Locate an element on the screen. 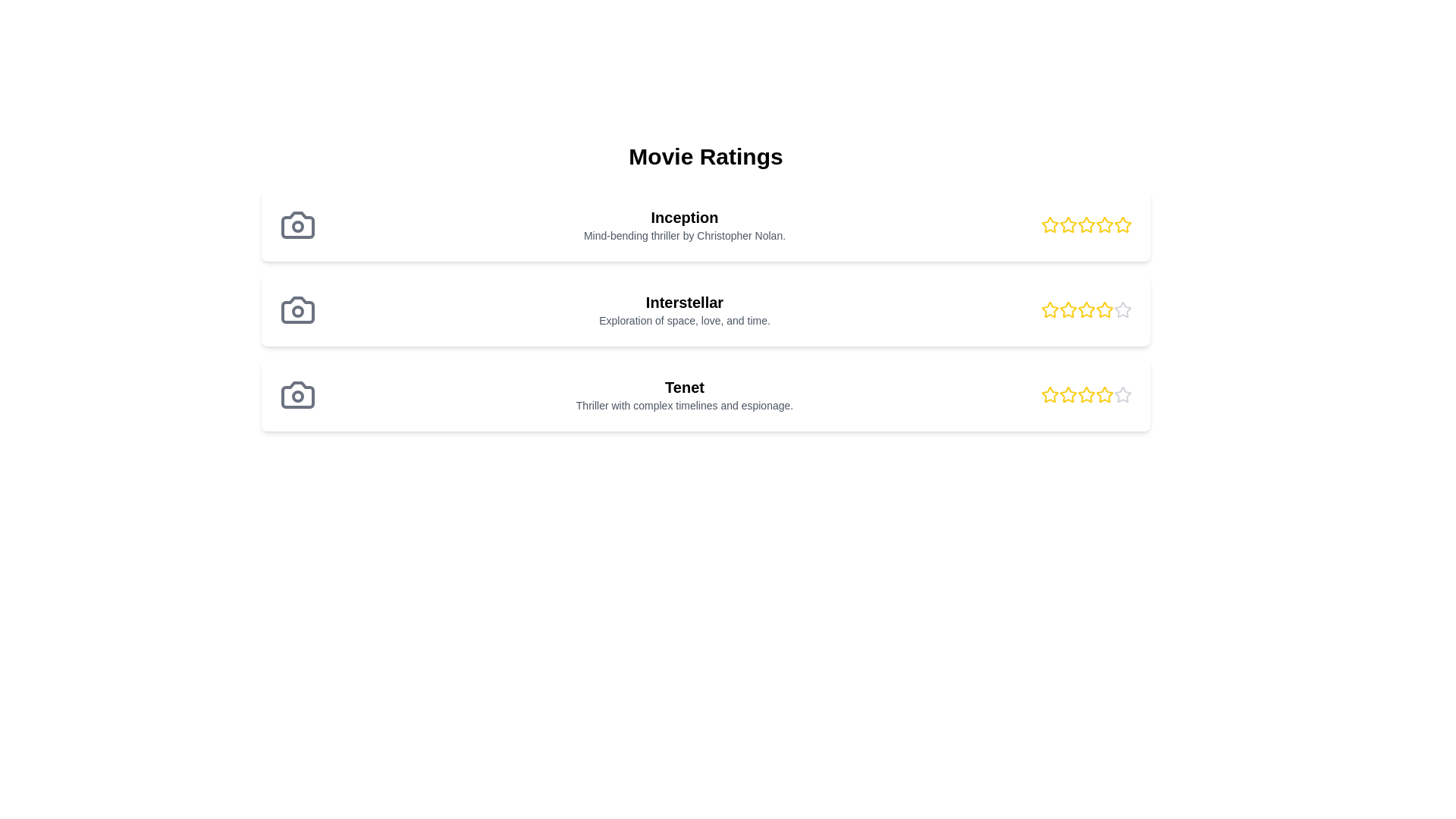 The width and height of the screenshot is (1456, 819). the active yellow star icon, which represents the 5th star in the rating group for 'Inception's' ratings is located at coordinates (1123, 225).